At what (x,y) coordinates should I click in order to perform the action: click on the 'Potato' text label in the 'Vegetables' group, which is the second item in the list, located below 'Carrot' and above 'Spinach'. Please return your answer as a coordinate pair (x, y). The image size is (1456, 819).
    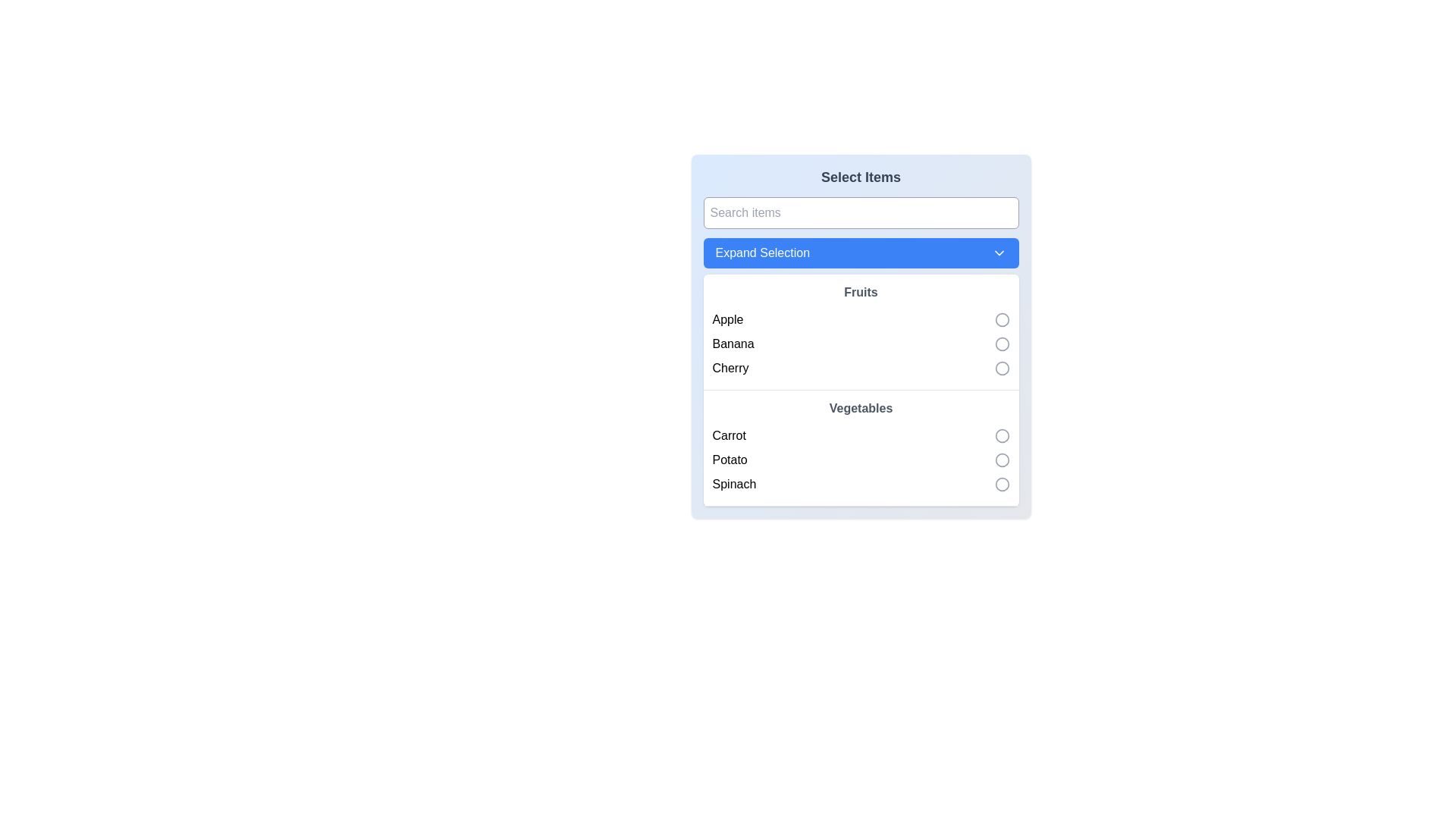
    Looking at the image, I should click on (730, 459).